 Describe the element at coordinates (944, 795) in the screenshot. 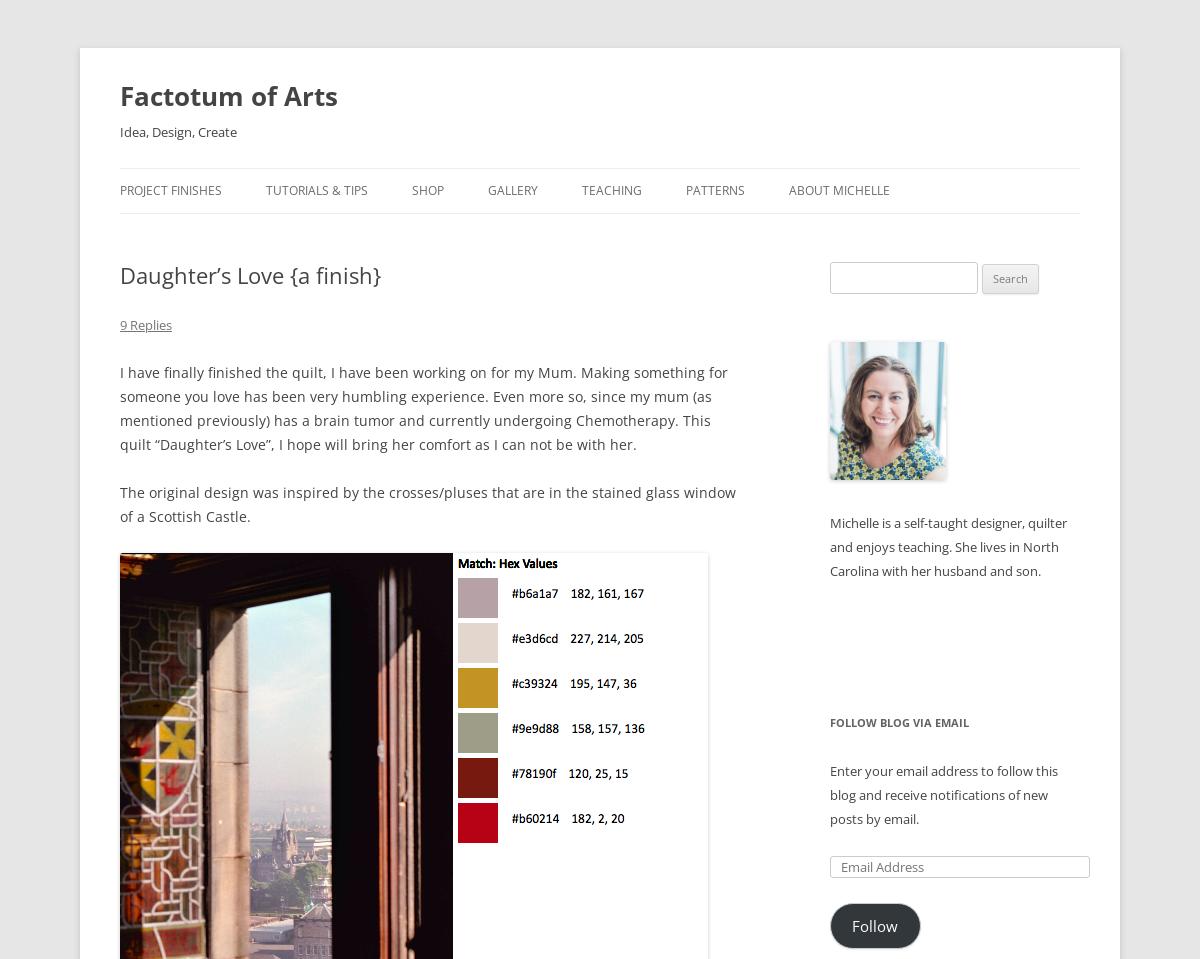

I see `'Enter your email address to follow this blog and receive notifications of new posts by email.'` at that location.